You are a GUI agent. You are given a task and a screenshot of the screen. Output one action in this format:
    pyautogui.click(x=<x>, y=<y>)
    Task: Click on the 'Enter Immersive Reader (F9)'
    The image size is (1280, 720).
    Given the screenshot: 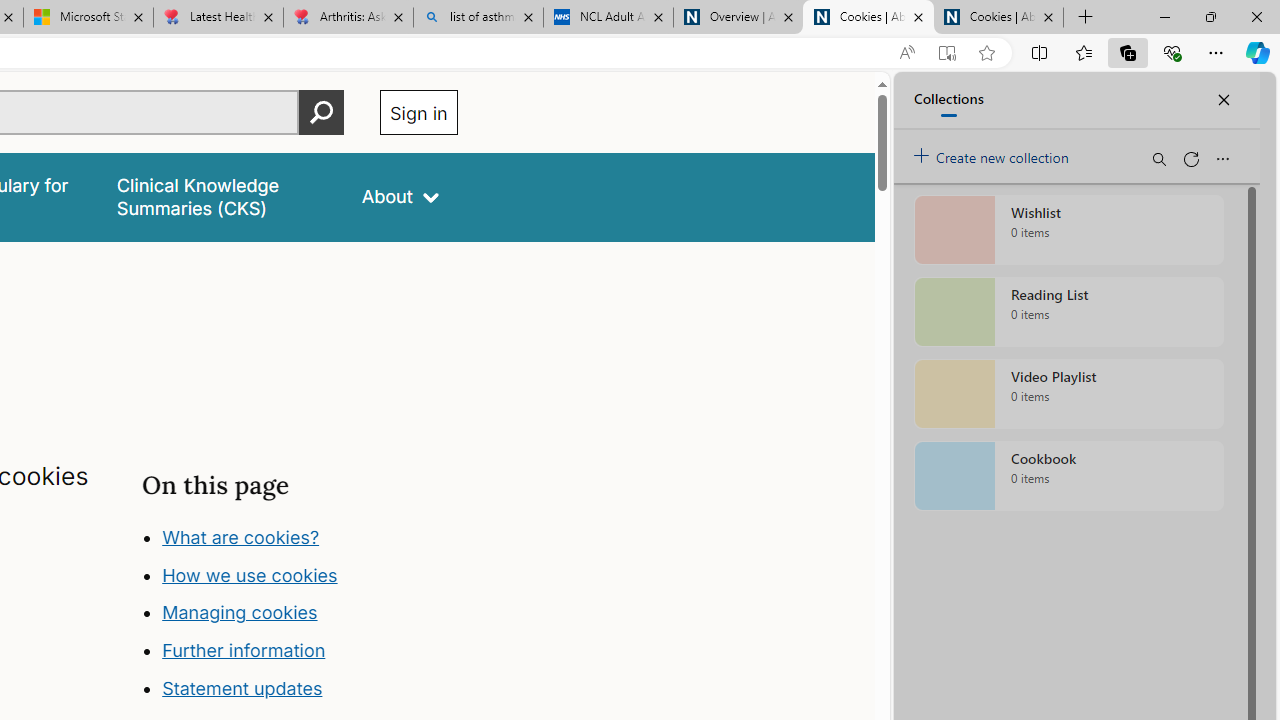 What is the action you would take?
    pyautogui.click(x=945, y=52)
    